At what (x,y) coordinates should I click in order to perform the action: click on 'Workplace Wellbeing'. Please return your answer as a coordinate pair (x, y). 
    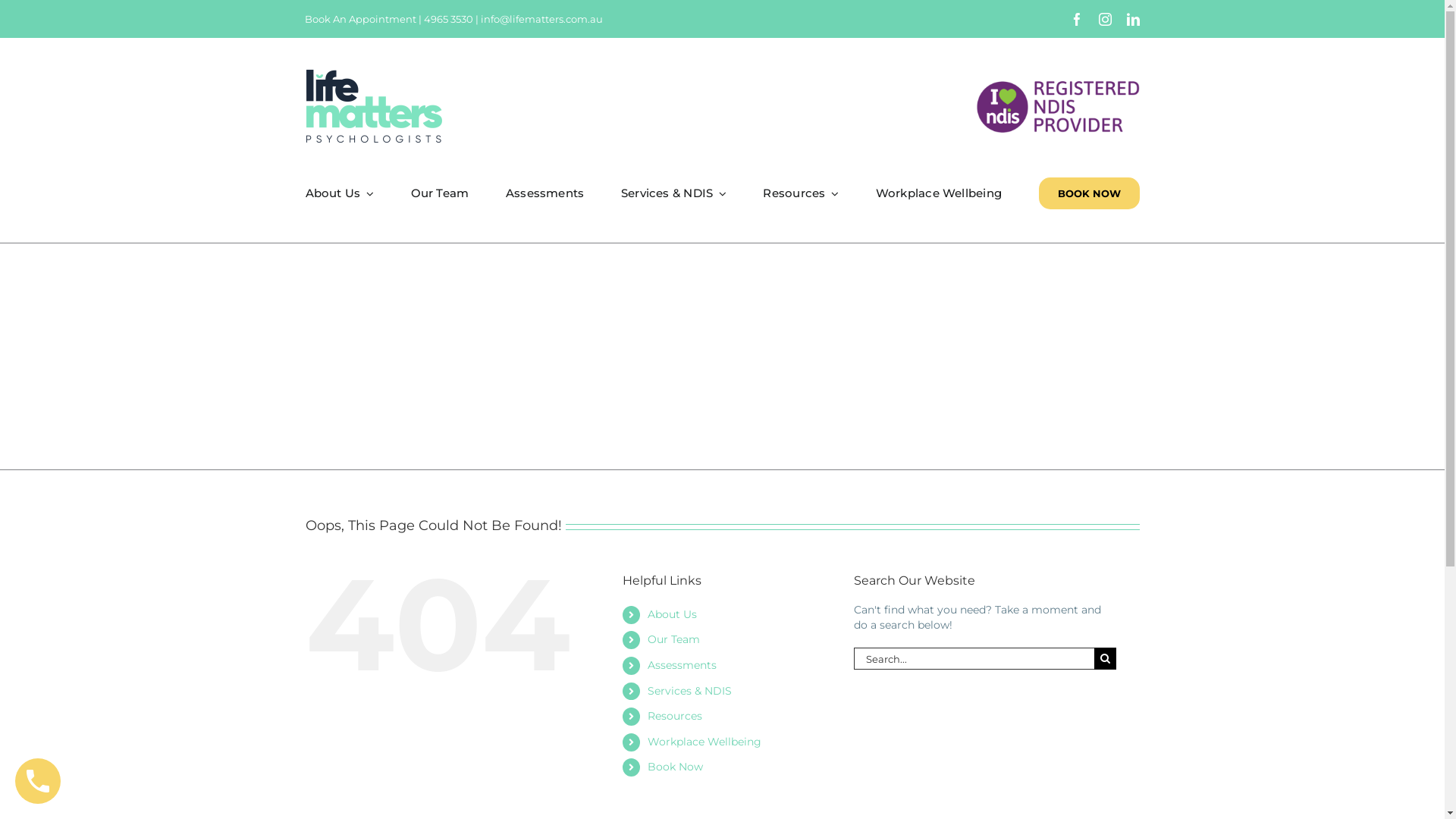
    Looking at the image, I should click on (704, 741).